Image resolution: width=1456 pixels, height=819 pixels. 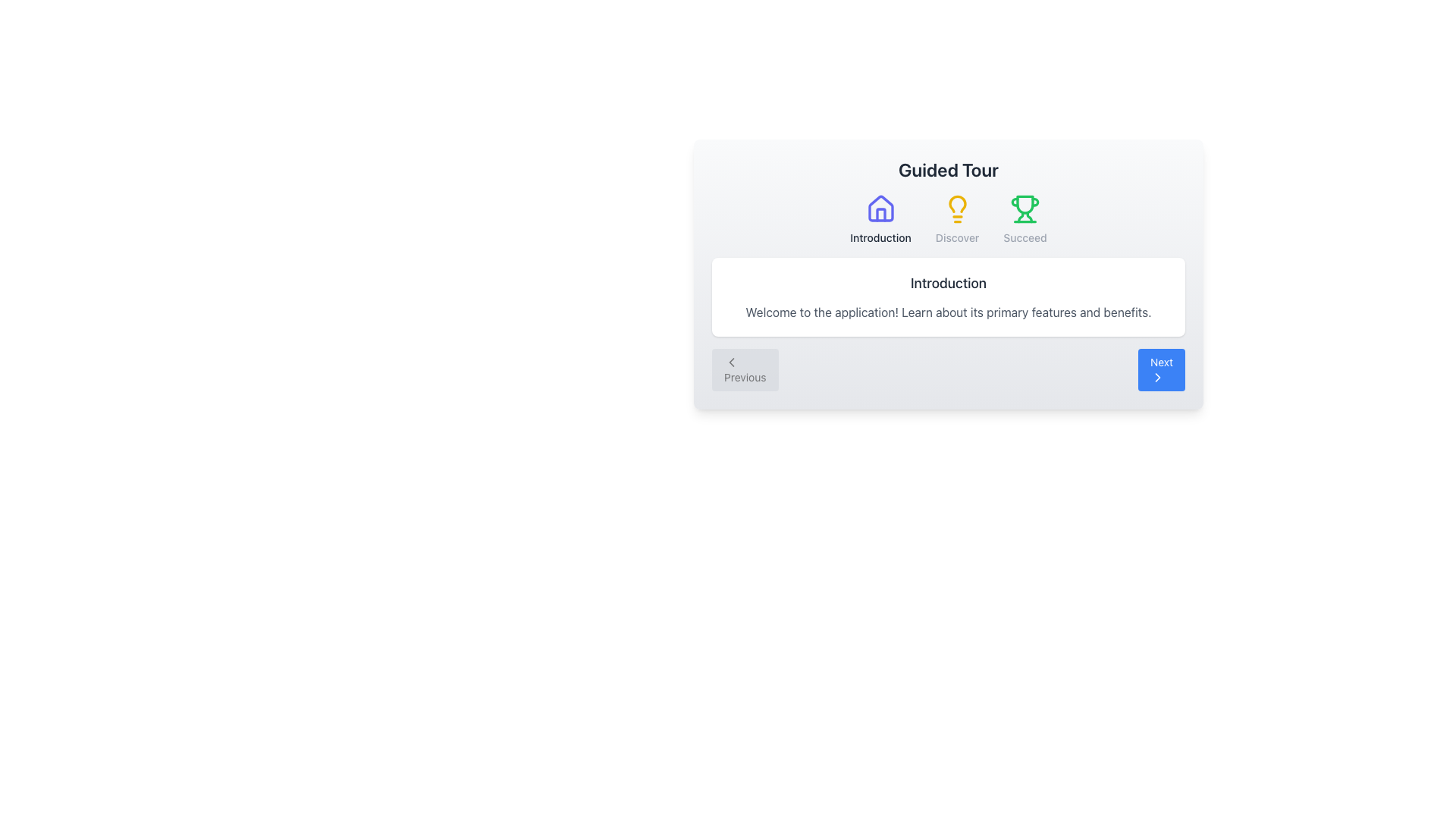 I want to click on the third icon in the horizontal sequence of icons in the header, which represents a 'success' or 'achievement' feature, so click(x=1025, y=205).